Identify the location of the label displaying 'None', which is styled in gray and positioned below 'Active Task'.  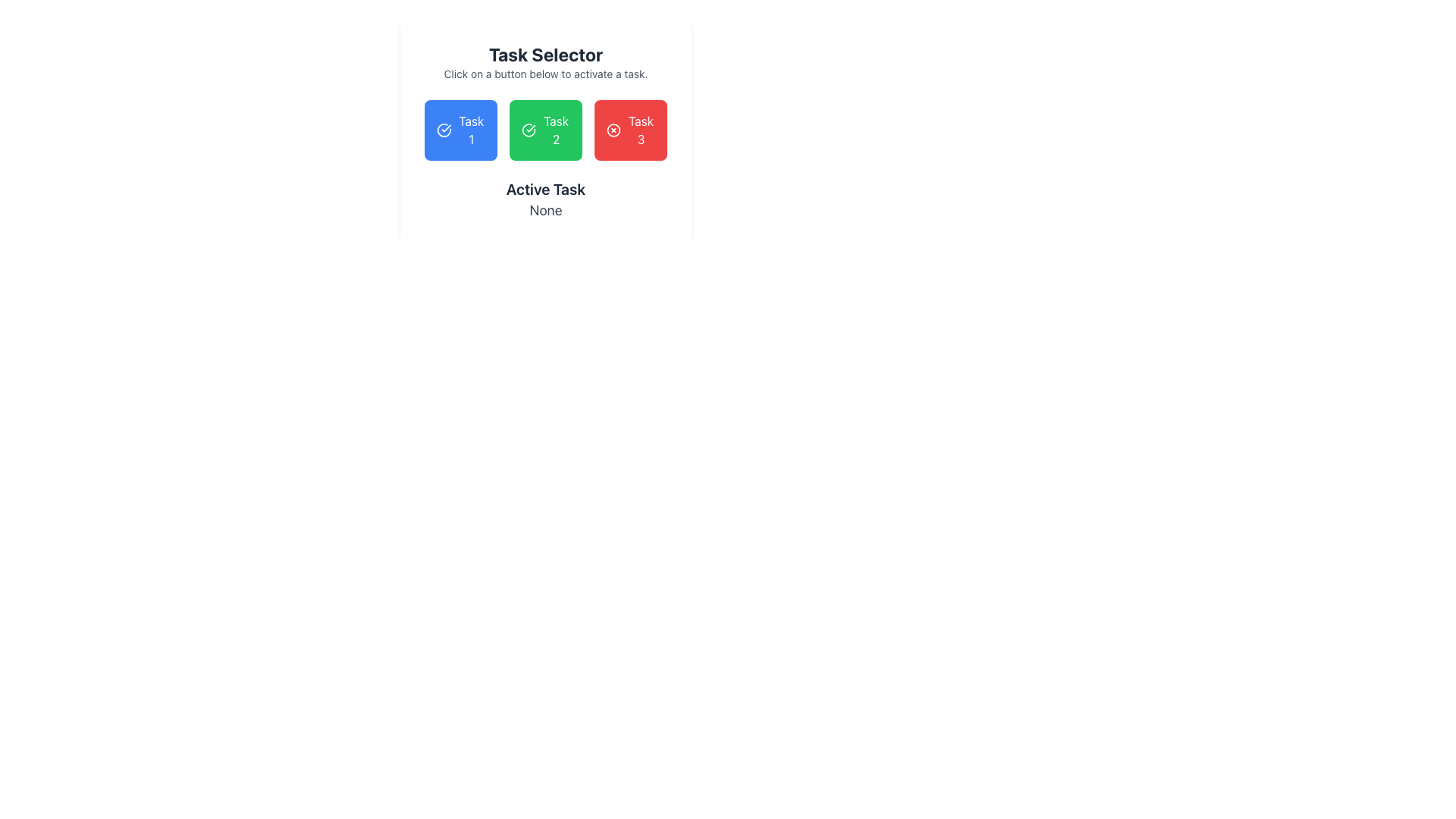
(546, 210).